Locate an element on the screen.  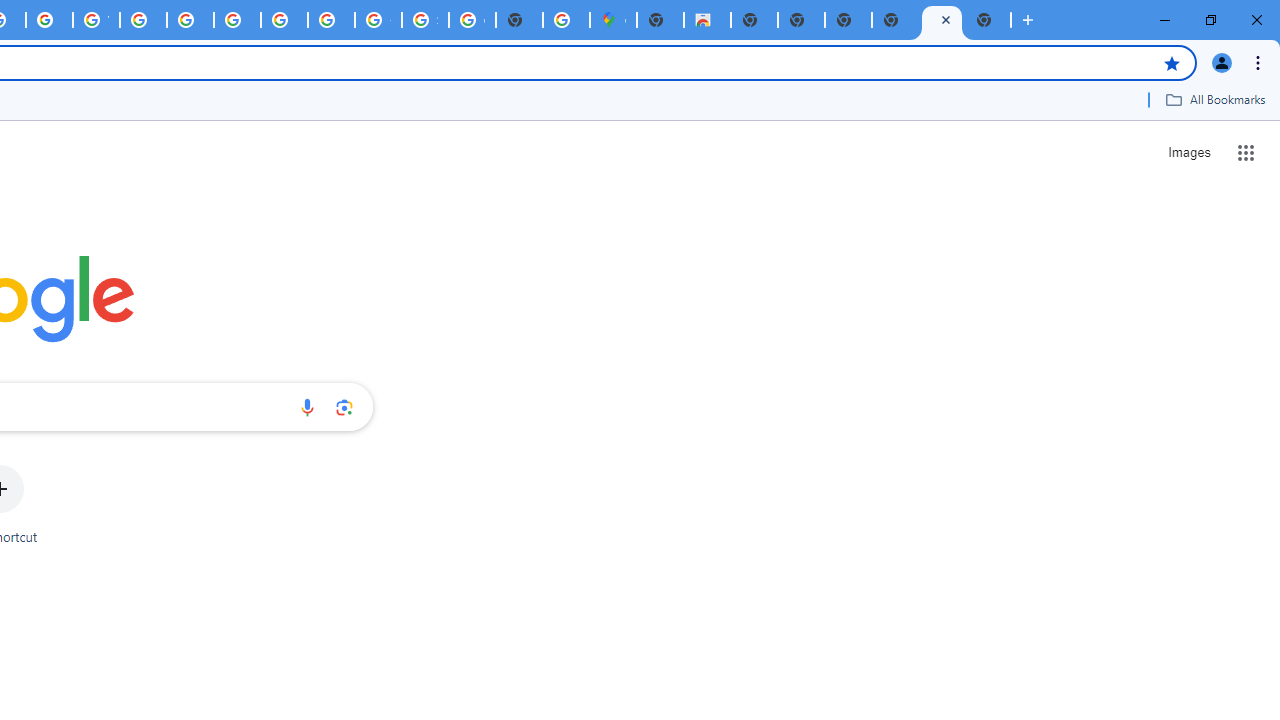
'Sign in - Google Accounts' is located at coordinates (424, 20).